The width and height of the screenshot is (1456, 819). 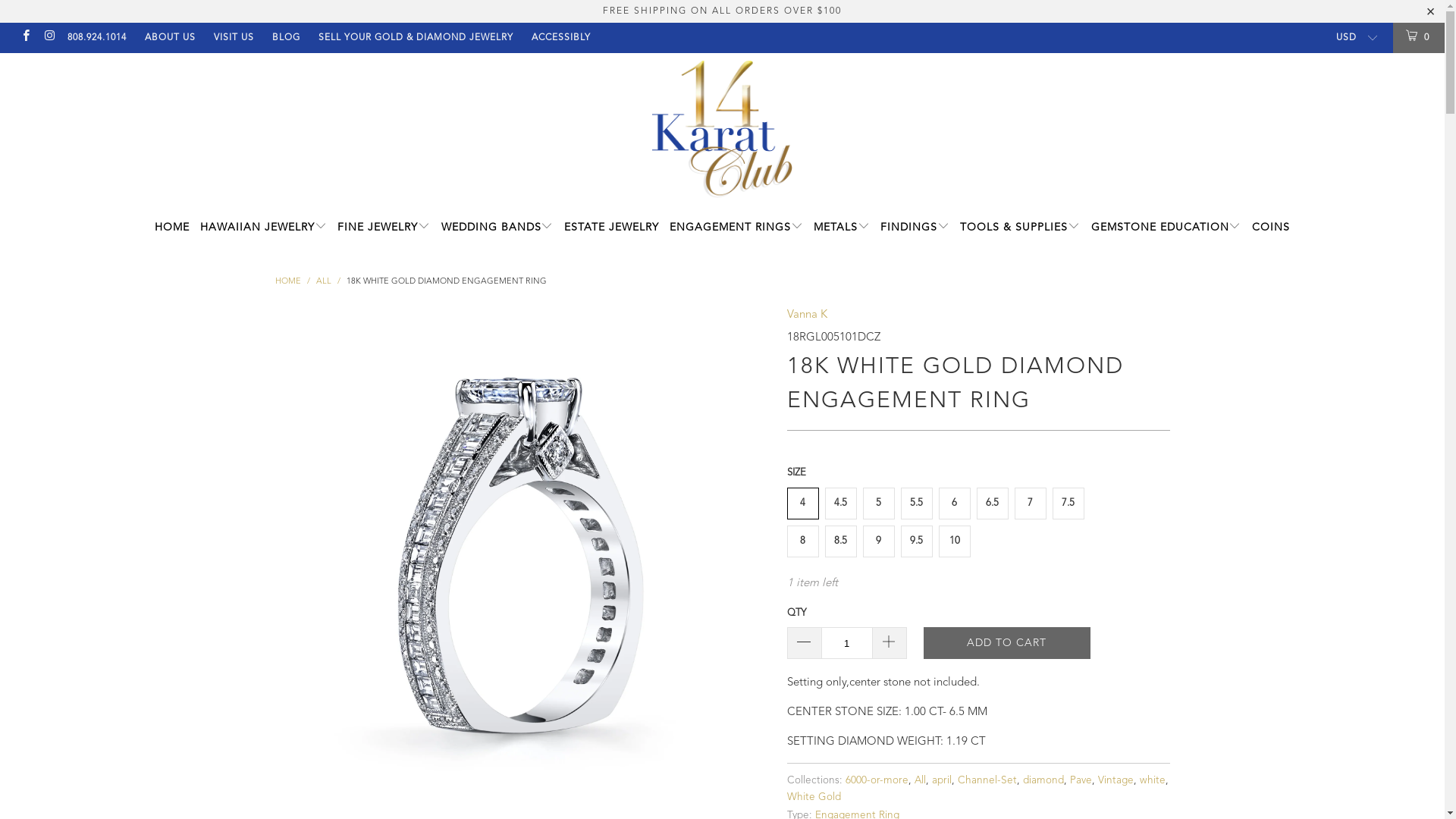 What do you see at coordinates (25, 37) in the screenshot?
I see `'14 Karat Club on Facebook'` at bounding box center [25, 37].